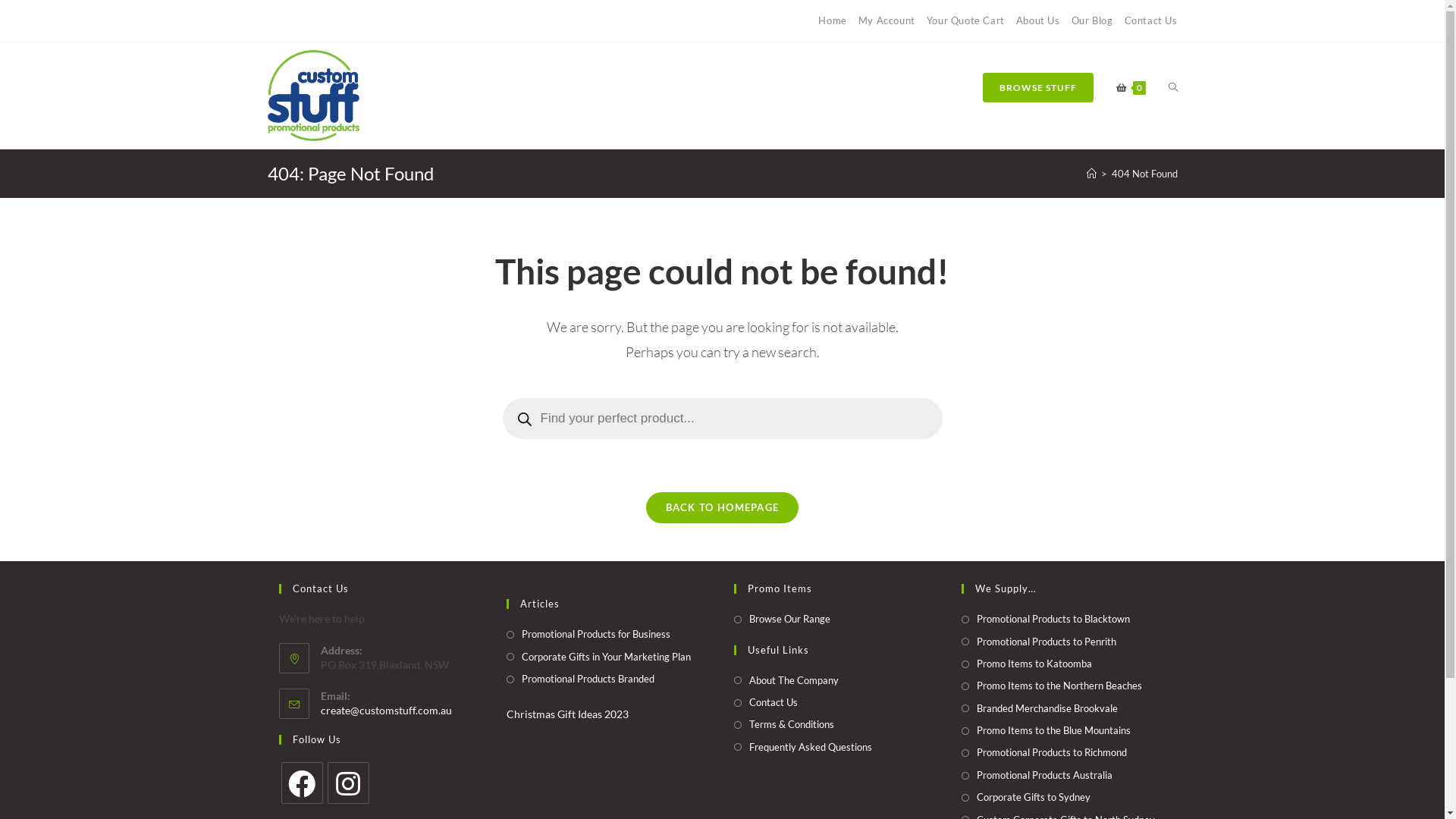  Describe the element at coordinates (1130, 87) in the screenshot. I see `'0'` at that location.